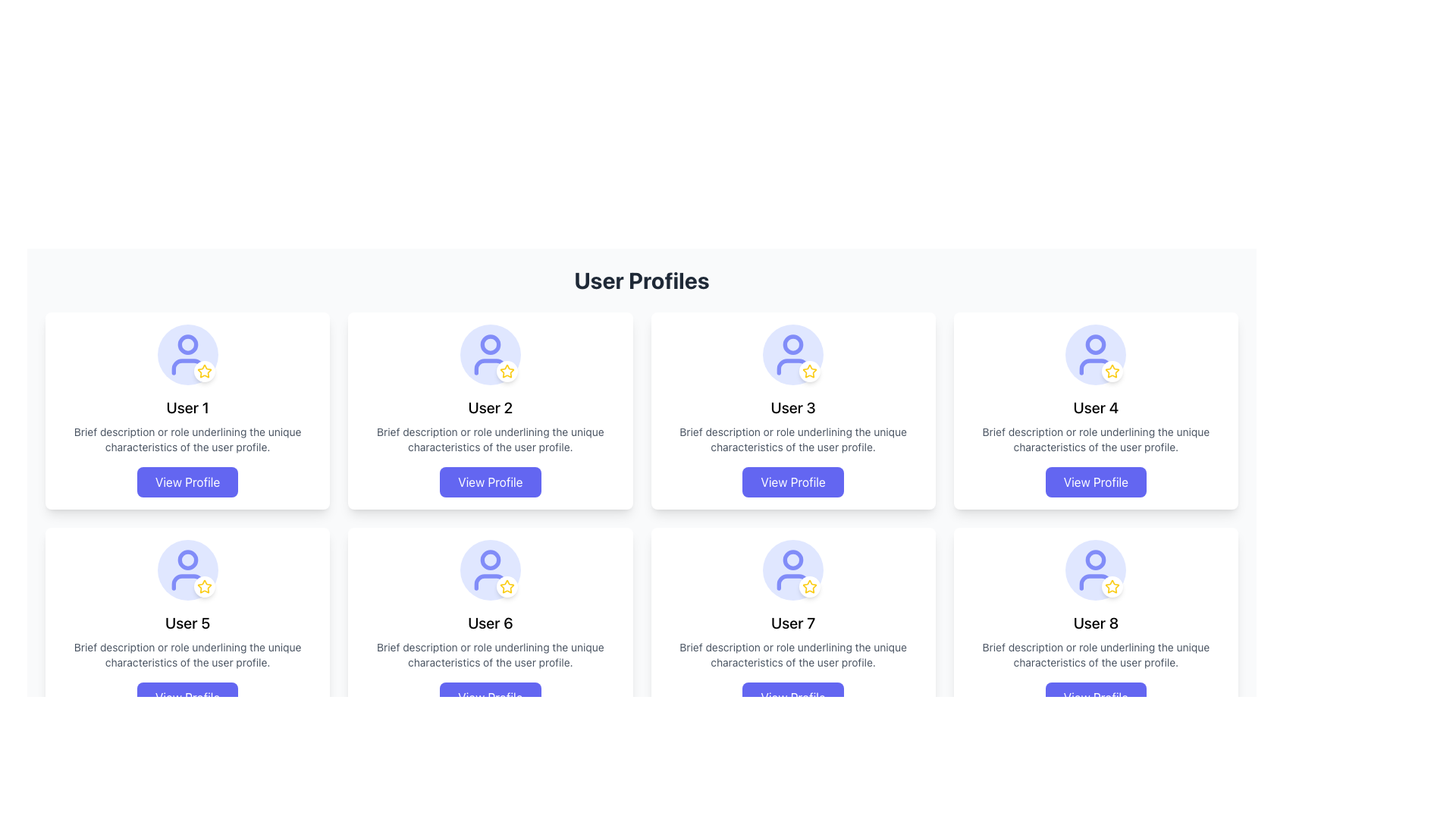  I want to click on the favorite indicator icon located at the bottom right corner of the card for 'User 2', which signifies a marked or favorited user profile, so click(507, 371).